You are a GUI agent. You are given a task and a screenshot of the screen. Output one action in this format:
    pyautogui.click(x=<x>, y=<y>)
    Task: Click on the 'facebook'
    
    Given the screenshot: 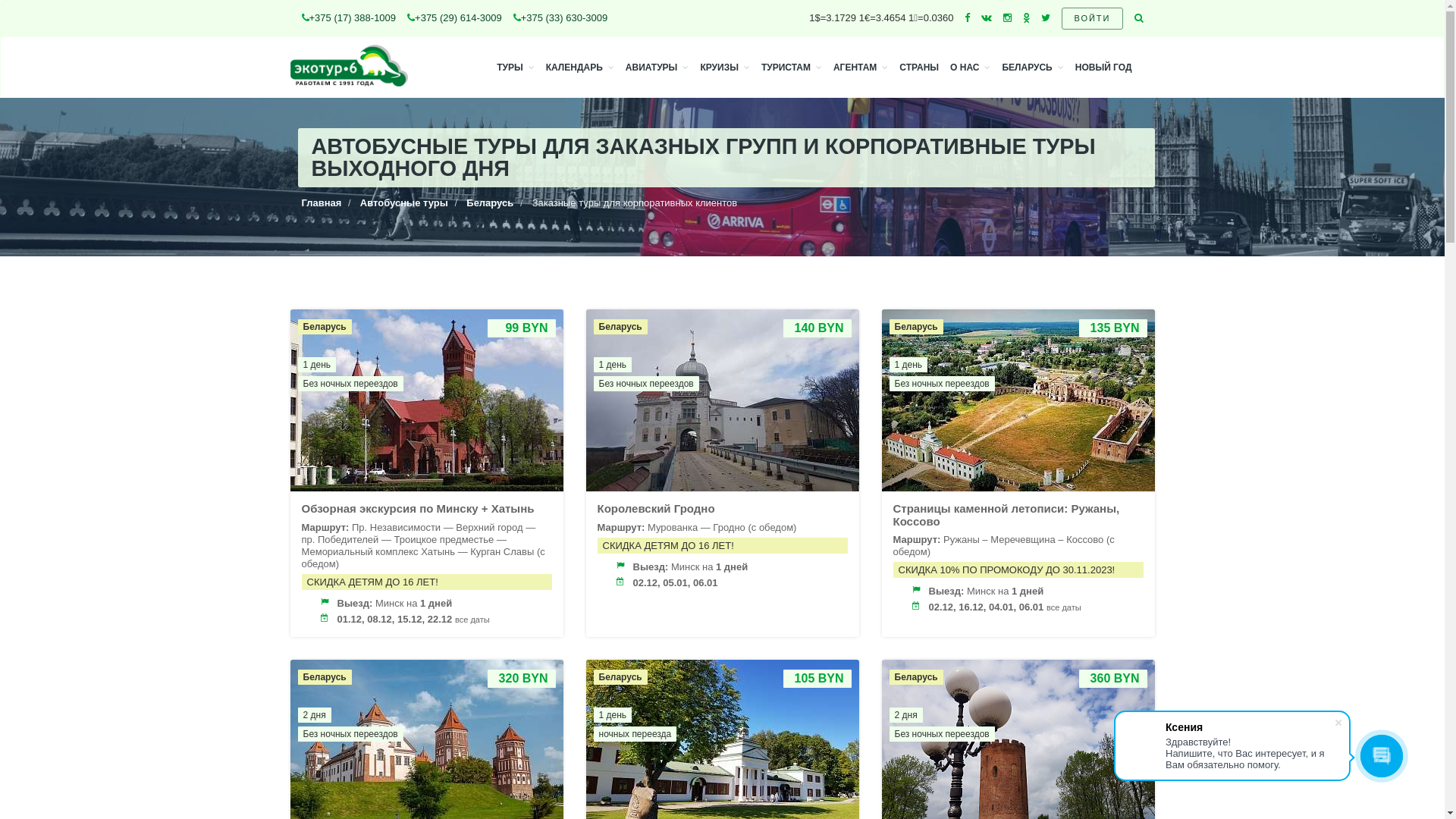 What is the action you would take?
    pyautogui.click(x=966, y=17)
    